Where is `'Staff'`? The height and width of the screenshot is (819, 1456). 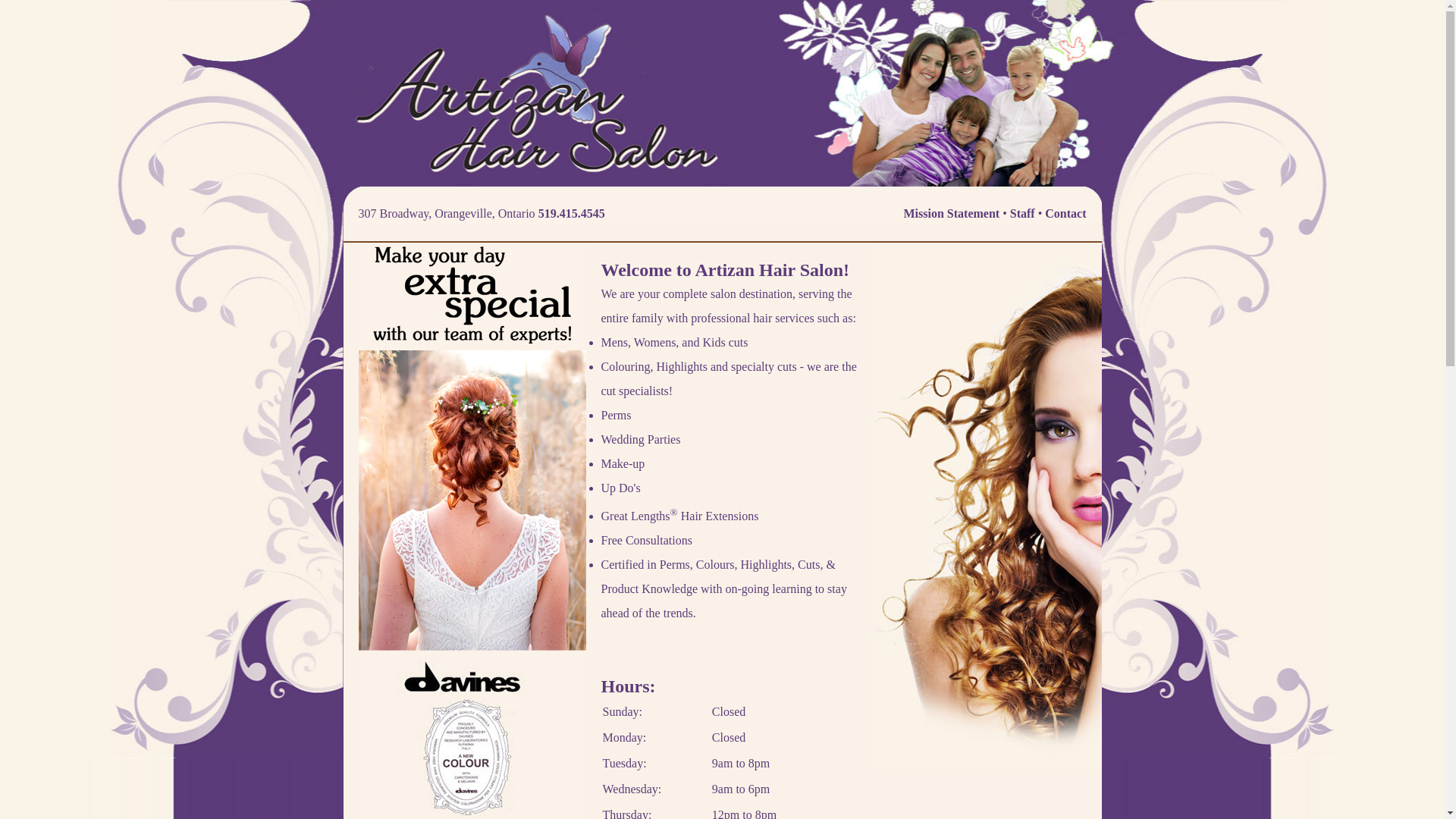
'Staff' is located at coordinates (1022, 213).